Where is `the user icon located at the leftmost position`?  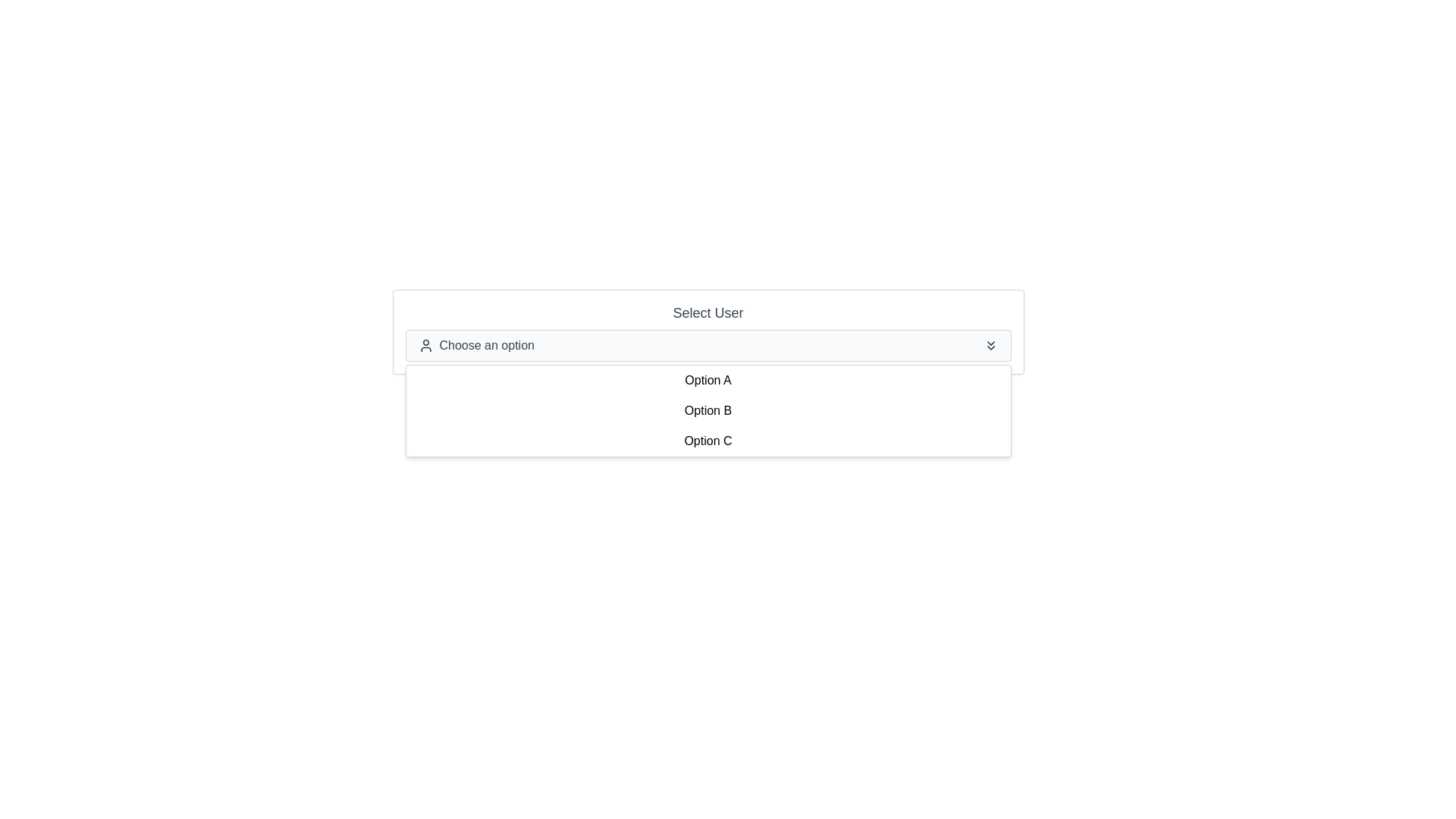
the user icon located at the leftmost position is located at coordinates (425, 345).